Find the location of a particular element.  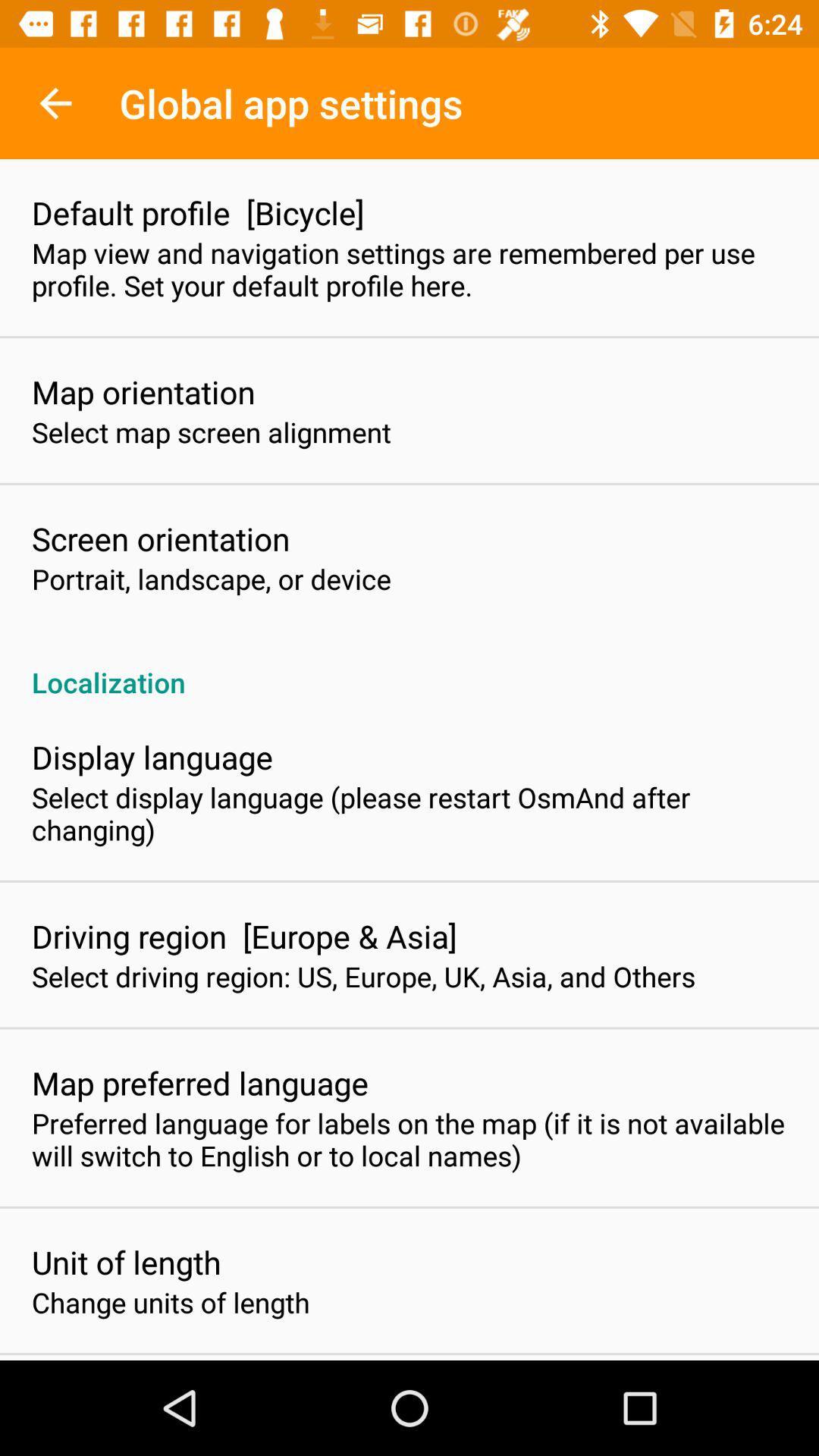

the item above the display language icon is located at coordinates (409, 666).